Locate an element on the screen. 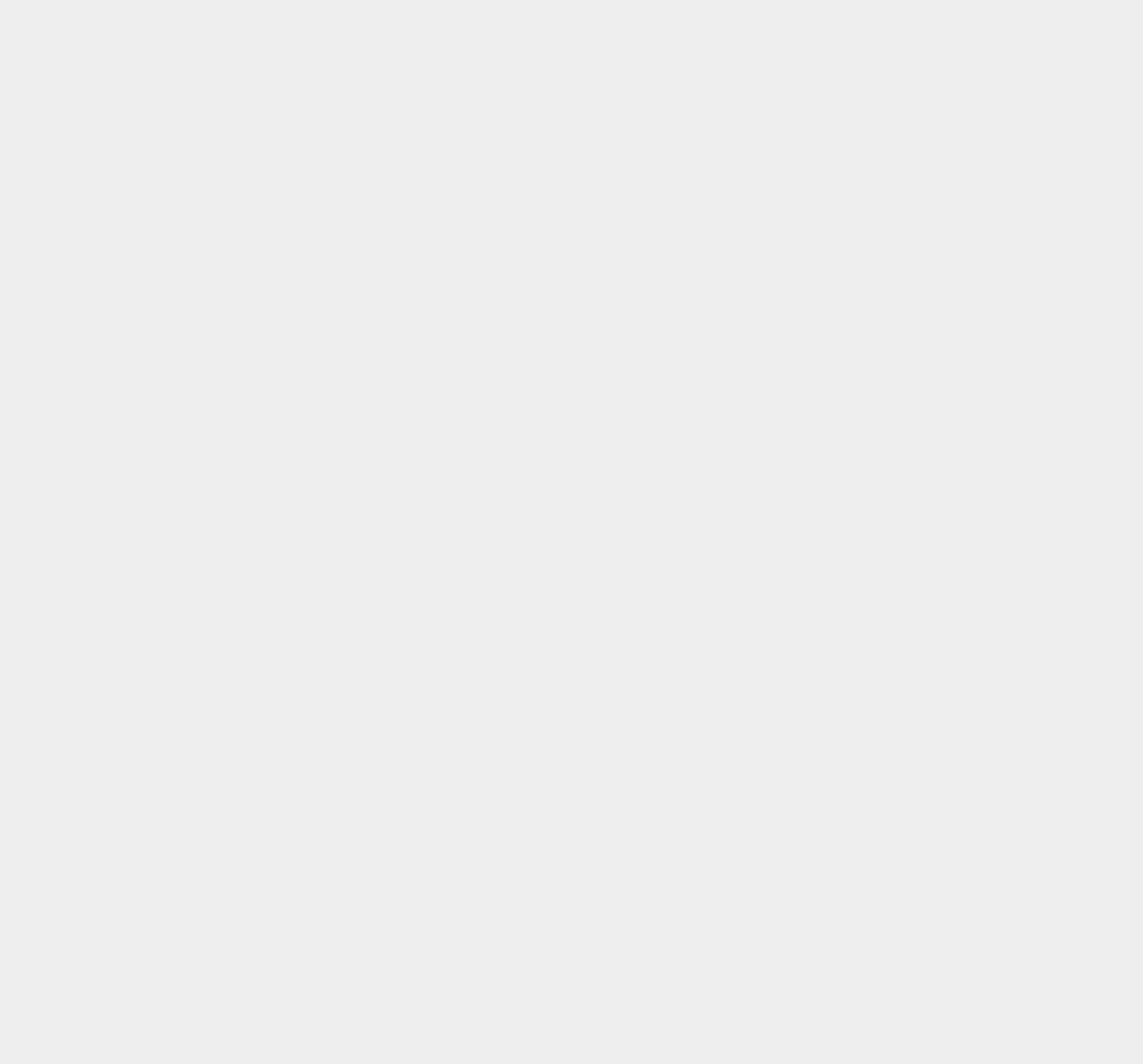 The image size is (1143, 1064). 'iOS Apps' is located at coordinates (834, 844).